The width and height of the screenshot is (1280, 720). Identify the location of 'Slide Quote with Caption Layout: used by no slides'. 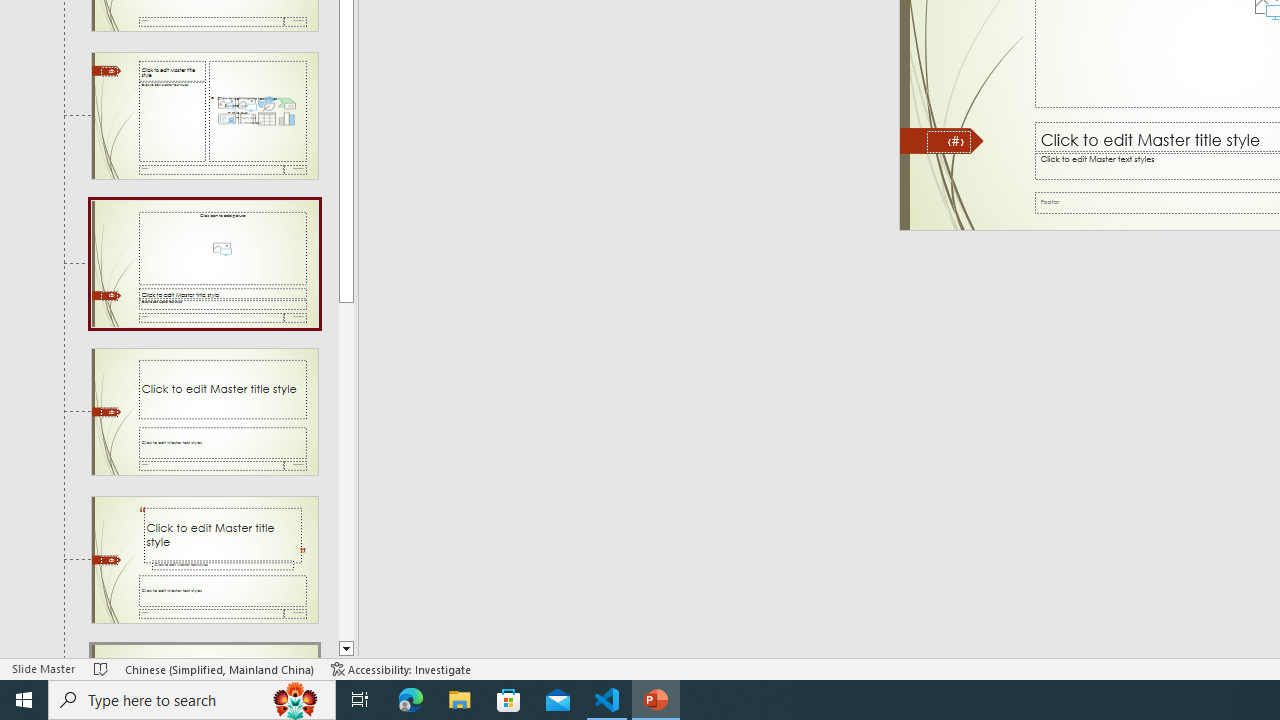
(204, 559).